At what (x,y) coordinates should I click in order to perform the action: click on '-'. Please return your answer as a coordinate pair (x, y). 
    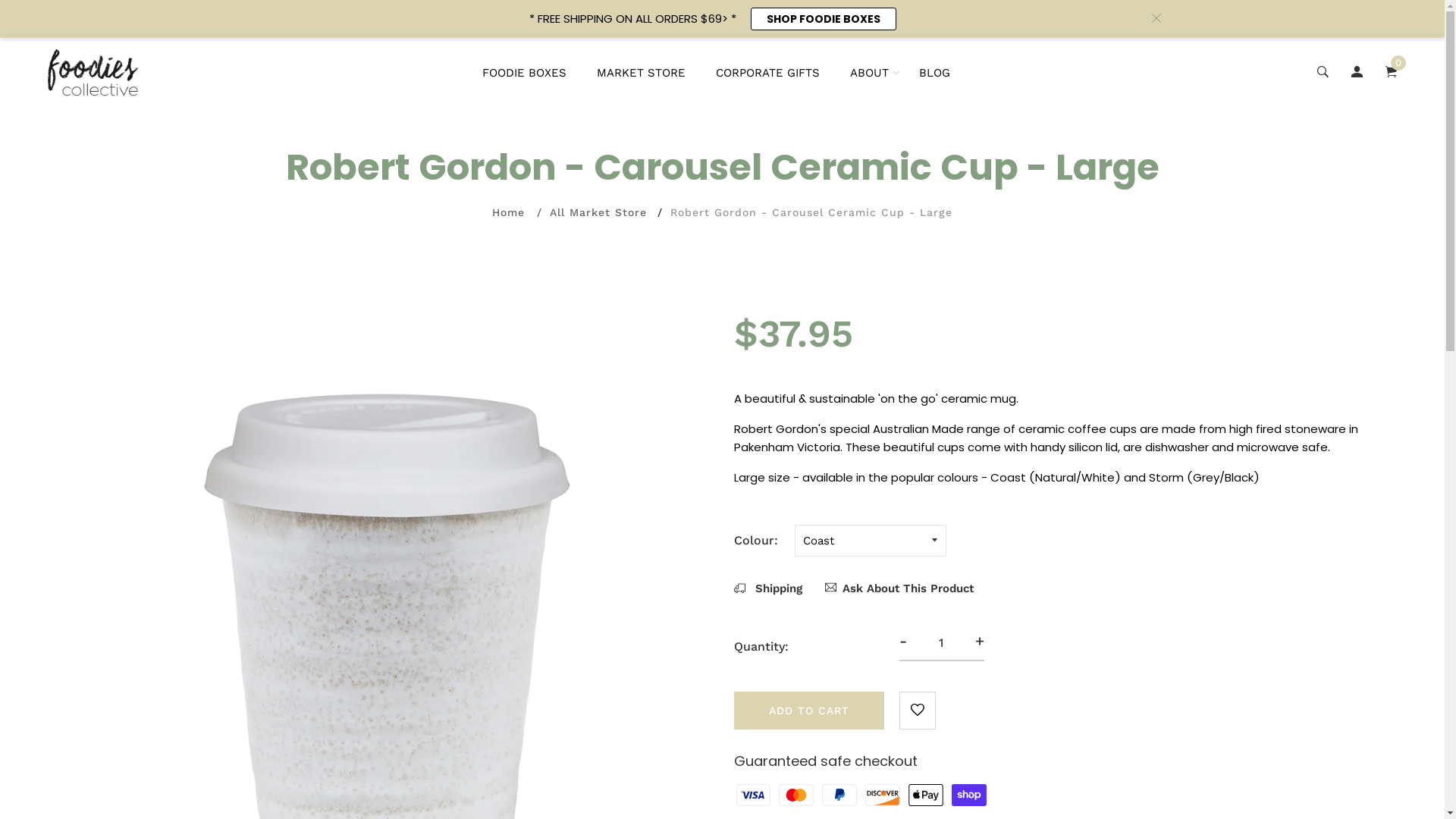
    Looking at the image, I should click on (902, 640).